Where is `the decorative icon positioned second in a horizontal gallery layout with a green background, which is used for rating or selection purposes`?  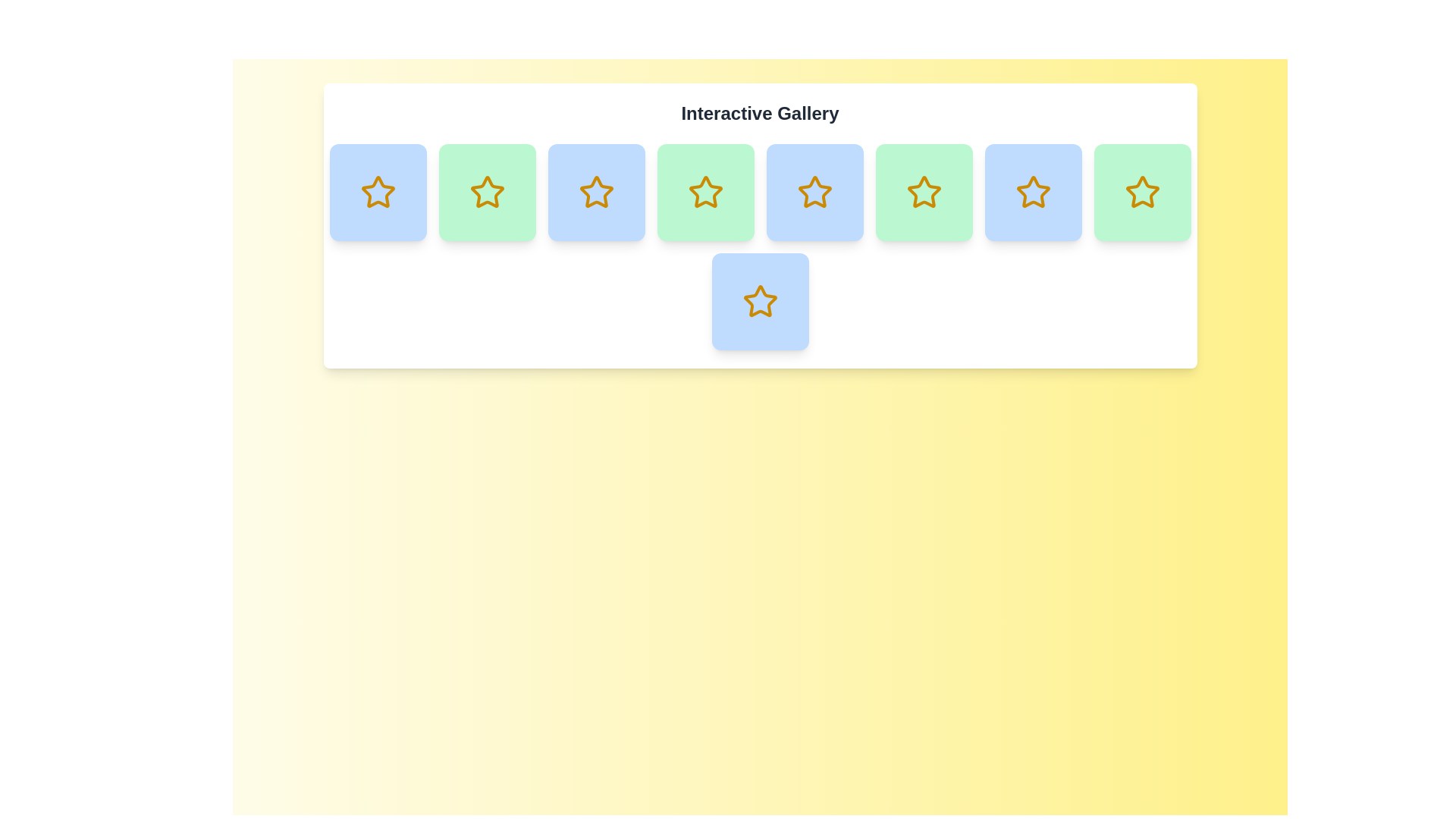
the decorative icon positioned second in a horizontal gallery layout with a green background, which is used for rating or selection purposes is located at coordinates (487, 192).